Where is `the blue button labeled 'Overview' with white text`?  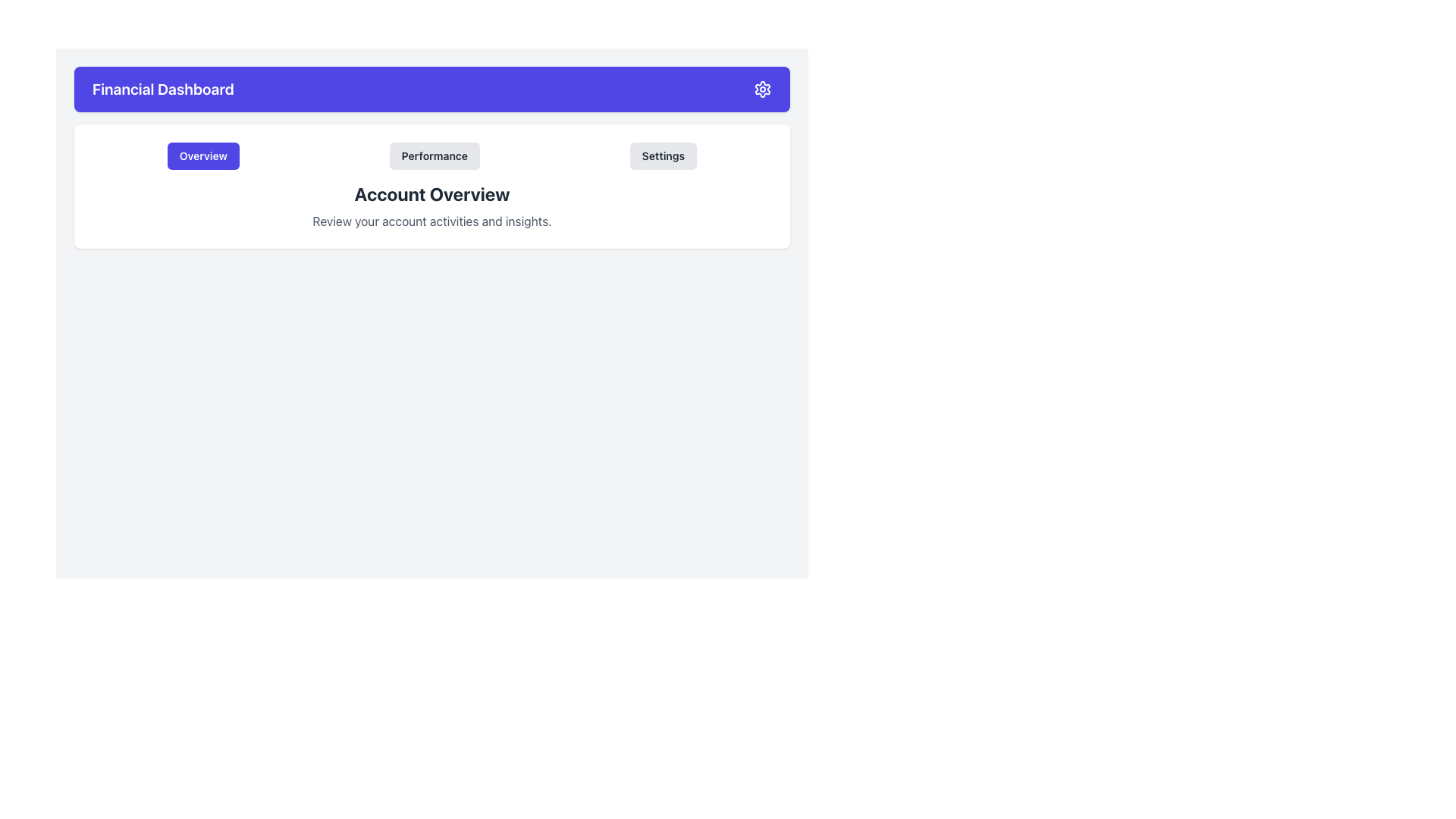
the blue button labeled 'Overview' with white text is located at coordinates (202, 155).